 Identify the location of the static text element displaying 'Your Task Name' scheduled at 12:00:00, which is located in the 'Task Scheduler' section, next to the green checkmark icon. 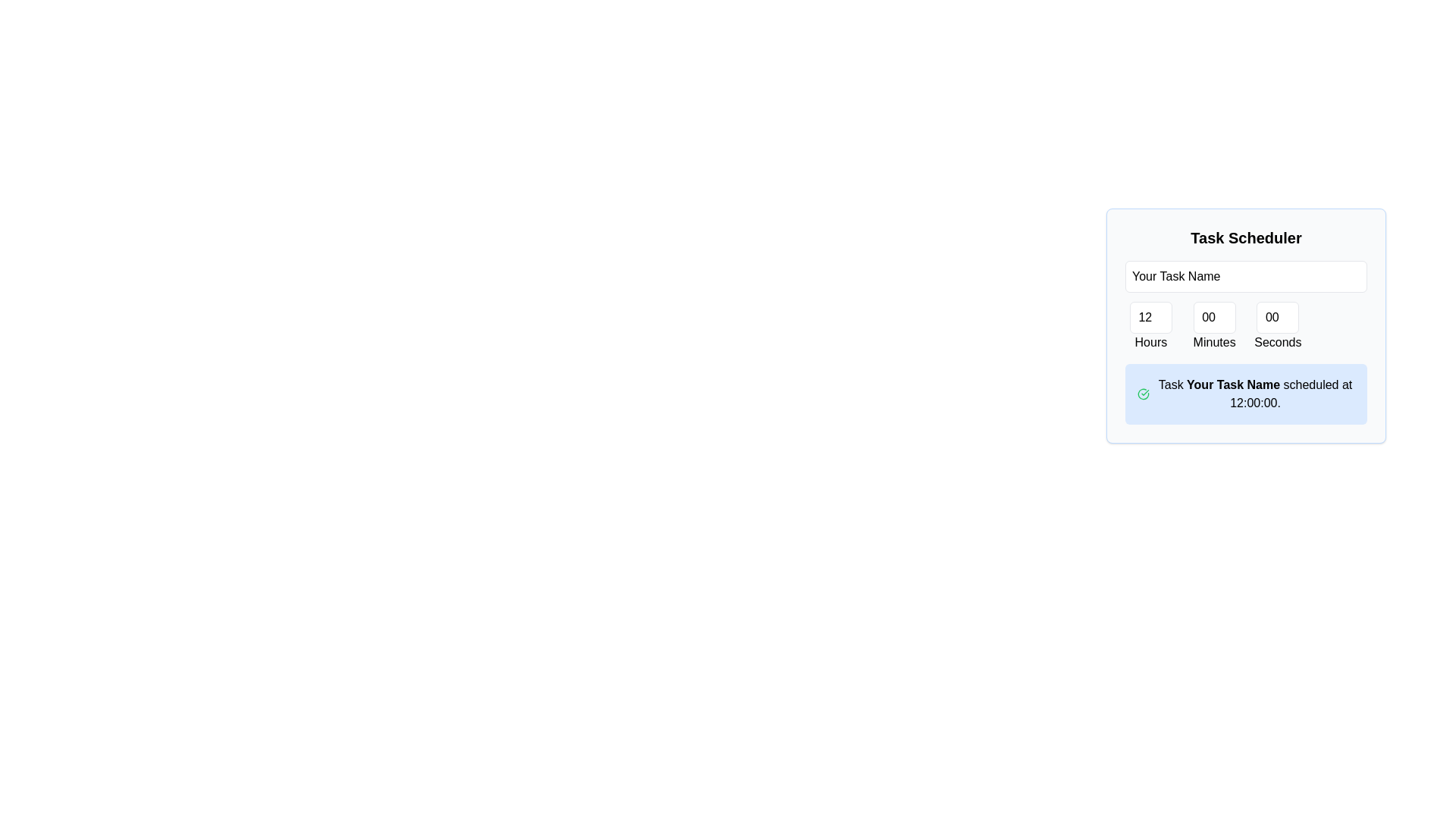
(1255, 394).